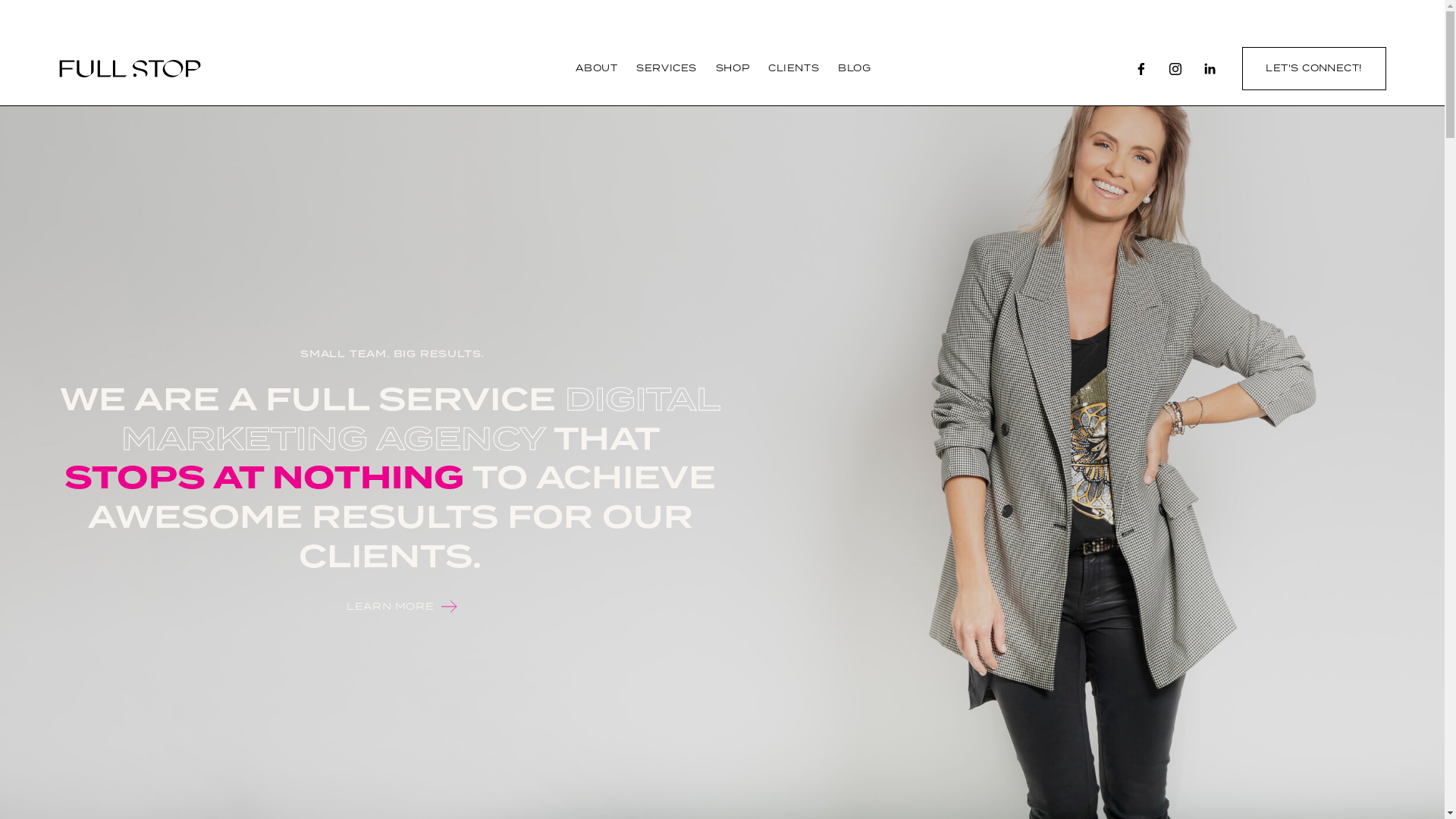  I want to click on 'ABOUT', so click(595, 69).